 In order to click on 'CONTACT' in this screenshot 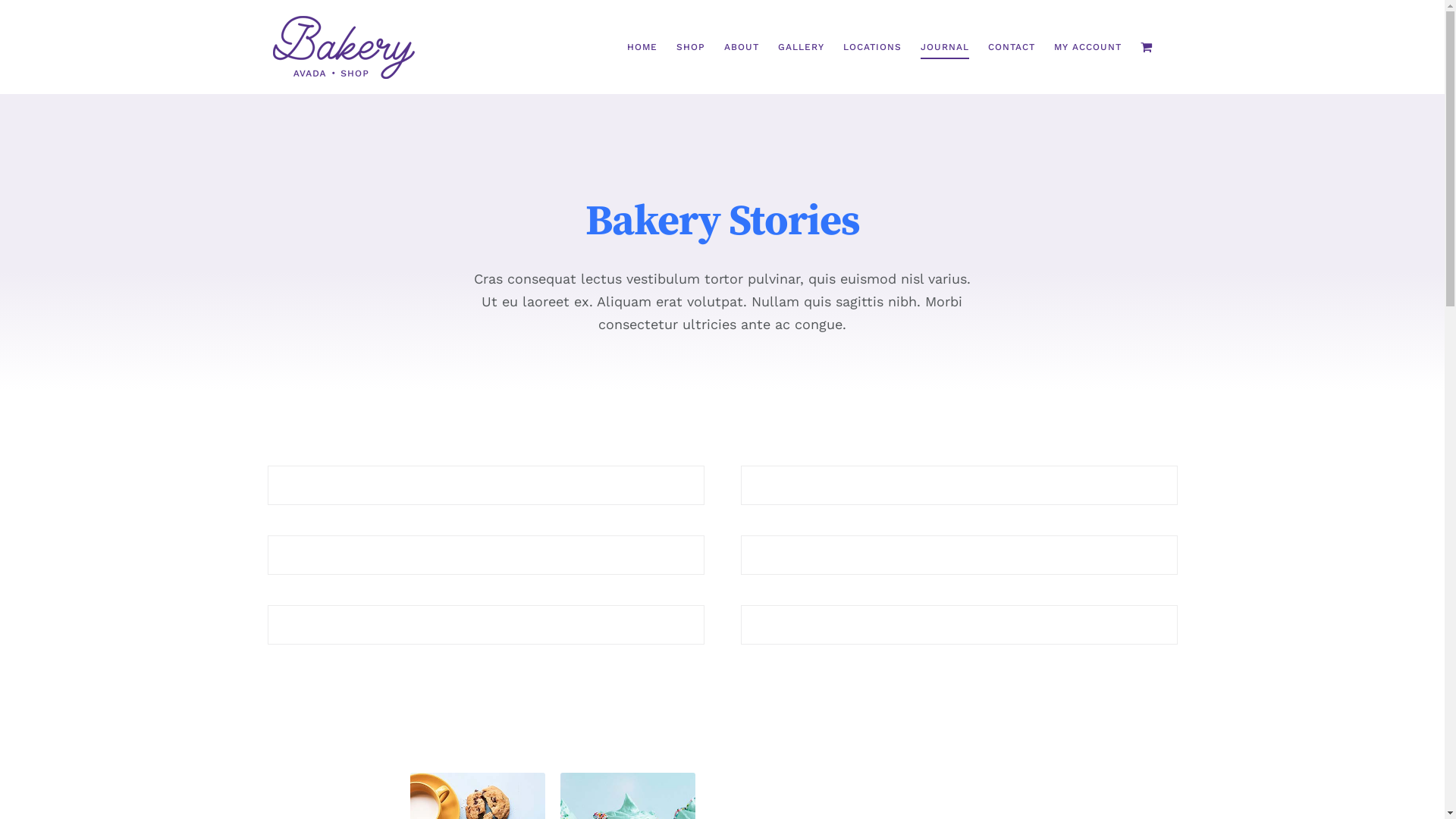, I will do `click(1011, 45)`.